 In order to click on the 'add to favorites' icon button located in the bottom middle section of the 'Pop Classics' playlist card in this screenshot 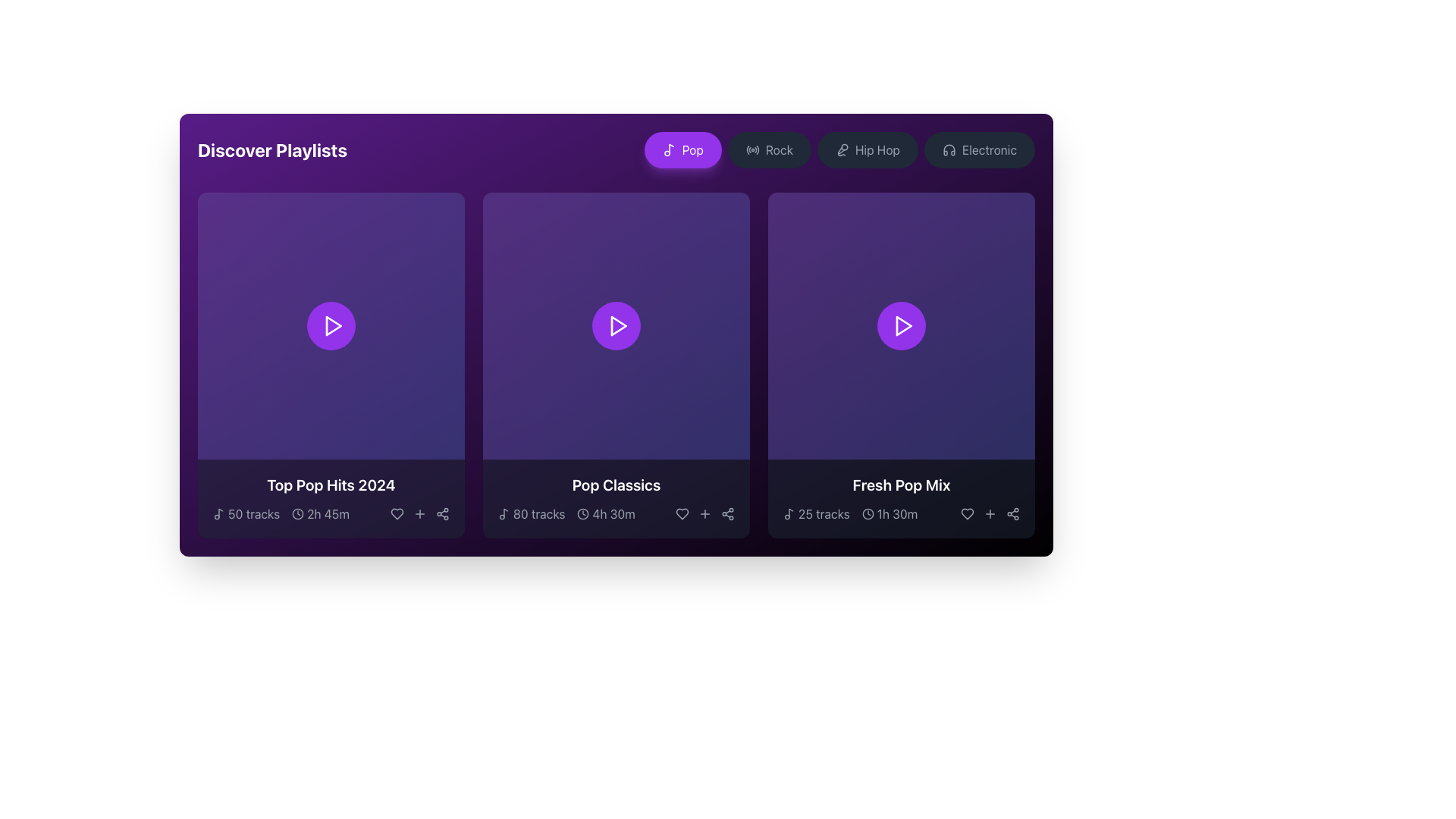, I will do `click(704, 513)`.